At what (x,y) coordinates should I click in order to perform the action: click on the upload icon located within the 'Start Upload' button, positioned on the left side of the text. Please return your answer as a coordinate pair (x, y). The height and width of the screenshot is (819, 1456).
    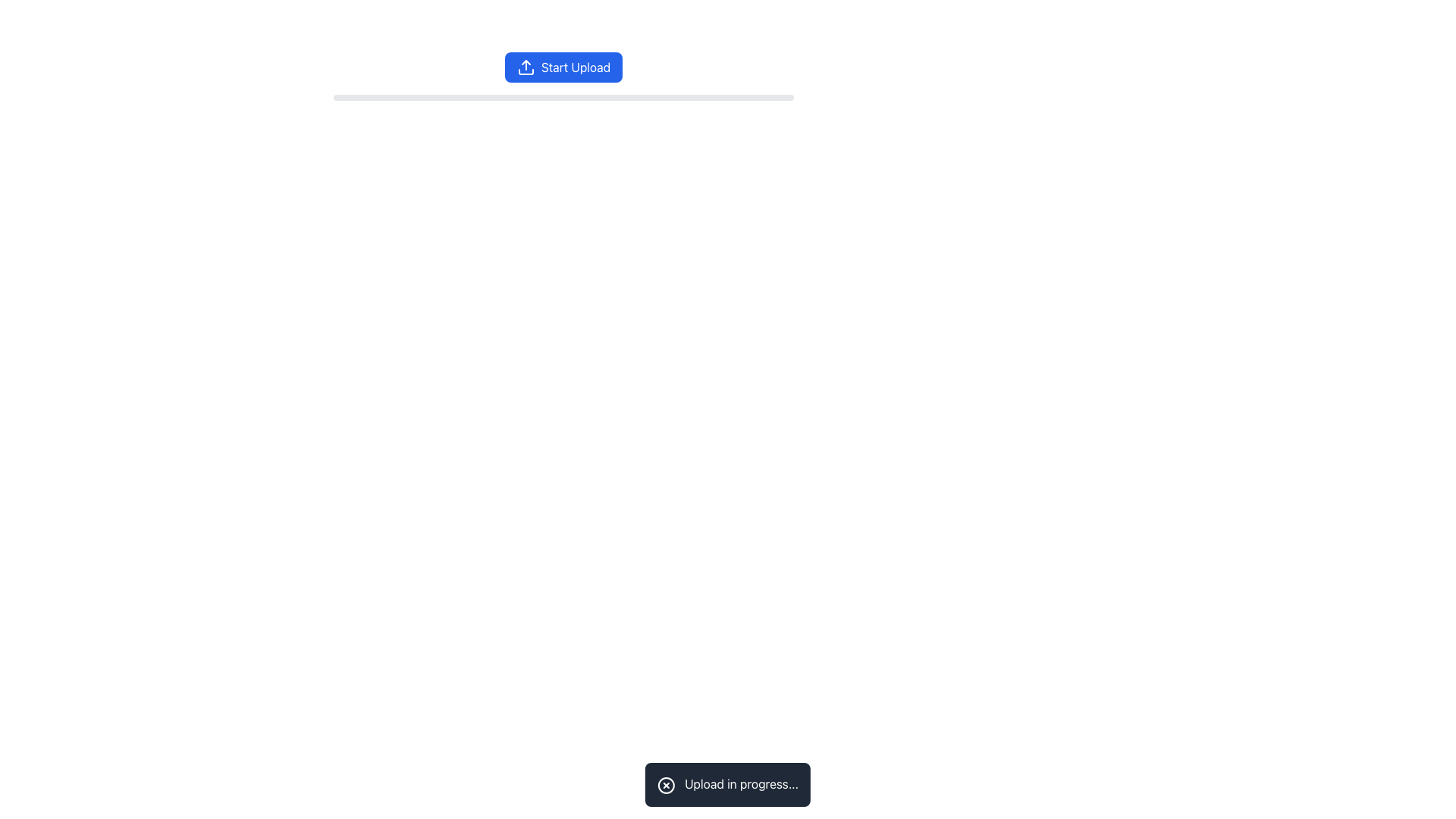
    Looking at the image, I should click on (526, 66).